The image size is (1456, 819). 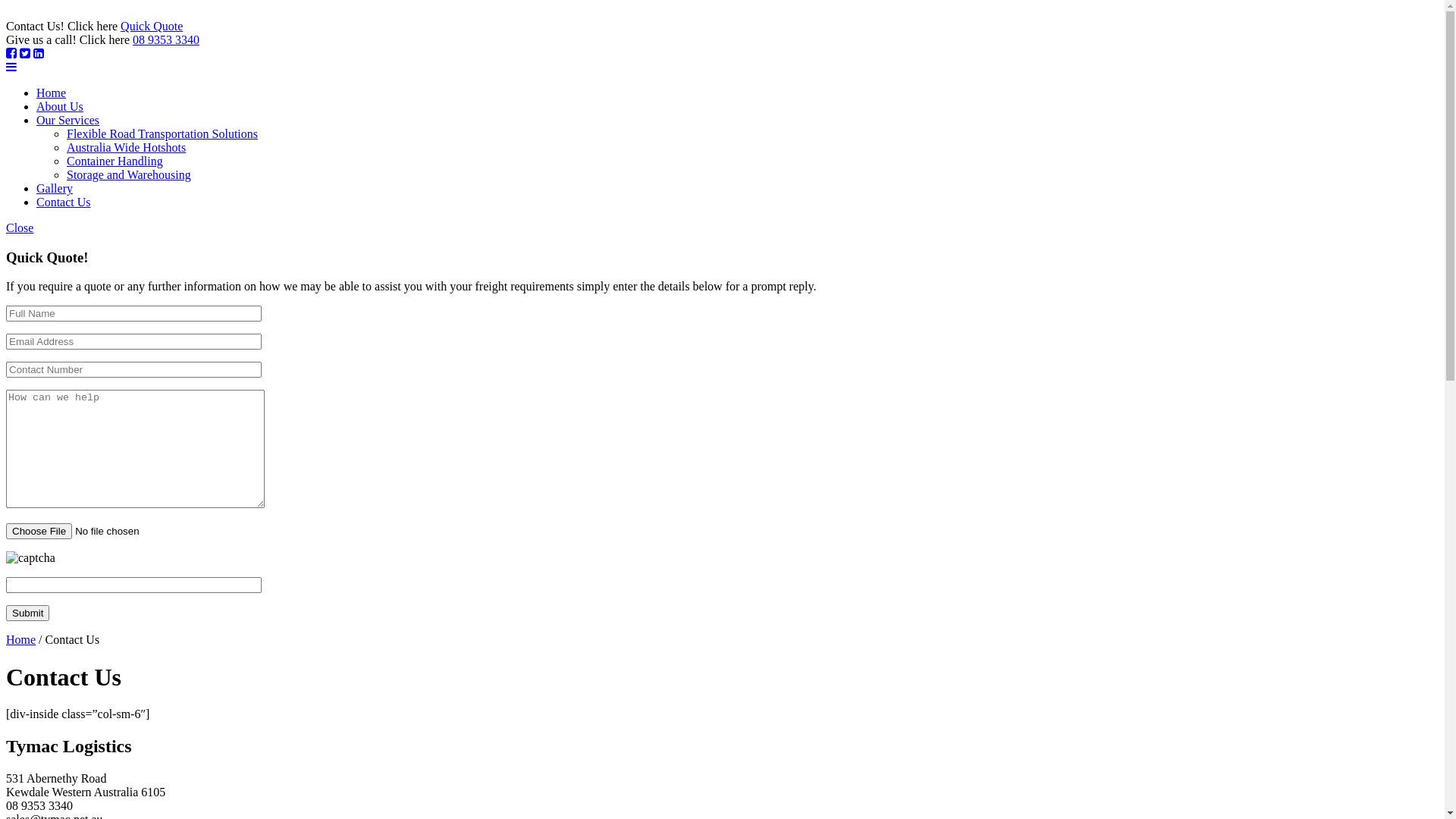 What do you see at coordinates (19, 227) in the screenshot?
I see `'Close'` at bounding box center [19, 227].